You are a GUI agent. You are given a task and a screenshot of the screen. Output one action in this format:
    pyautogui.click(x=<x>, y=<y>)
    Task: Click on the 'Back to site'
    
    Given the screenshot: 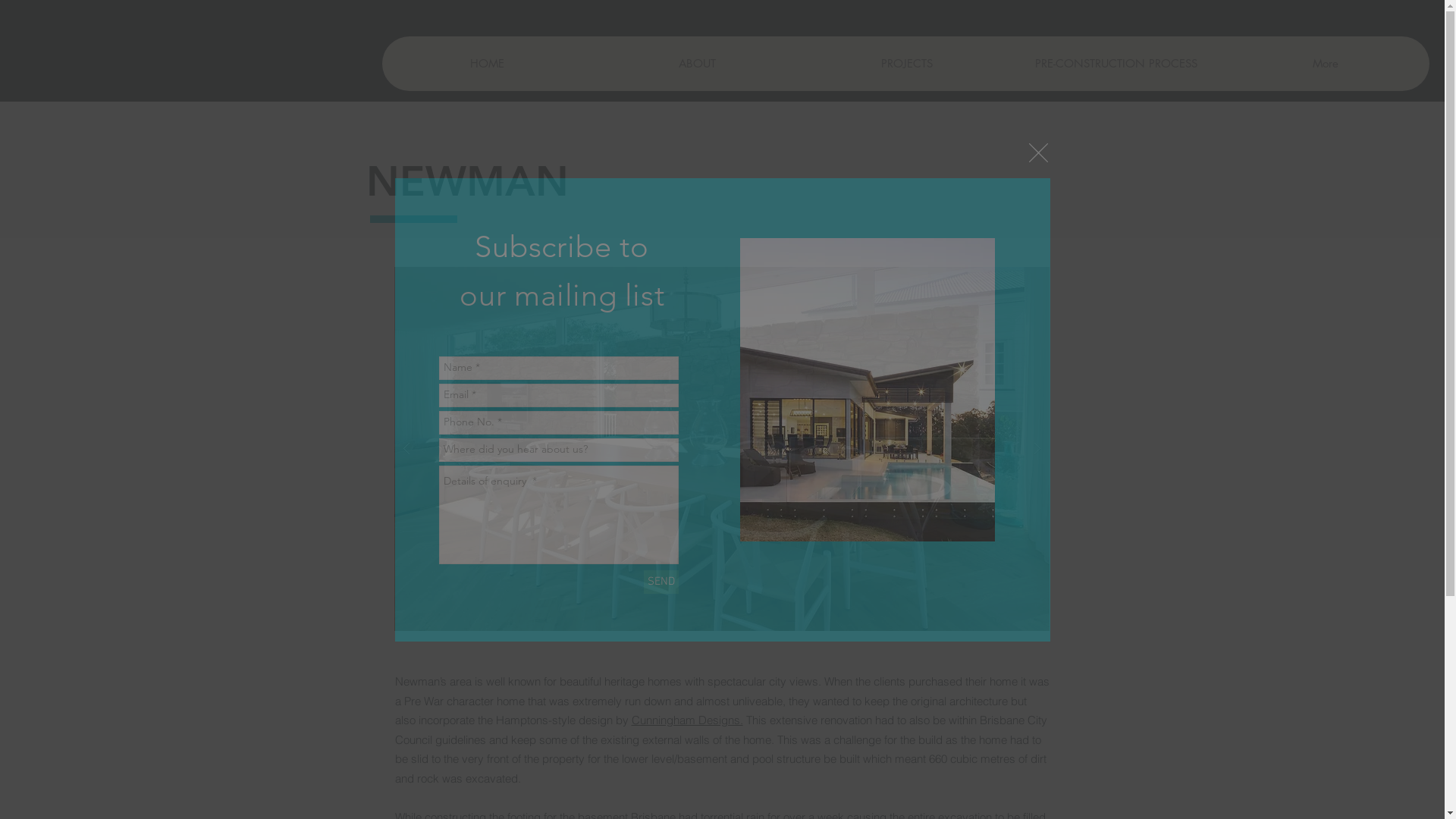 What is the action you would take?
    pyautogui.click(x=1028, y=152)
    